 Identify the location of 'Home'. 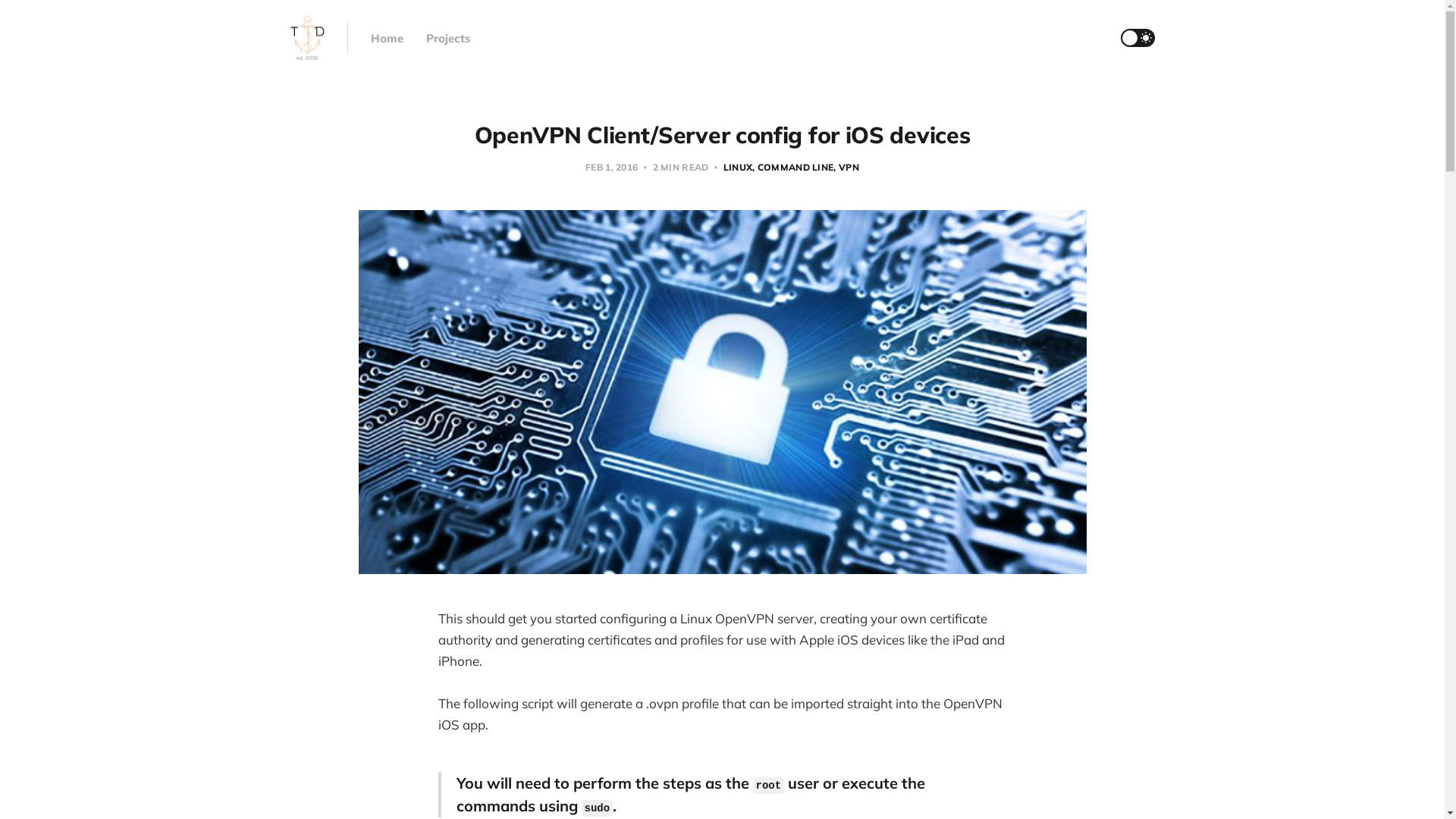
(387, 36).